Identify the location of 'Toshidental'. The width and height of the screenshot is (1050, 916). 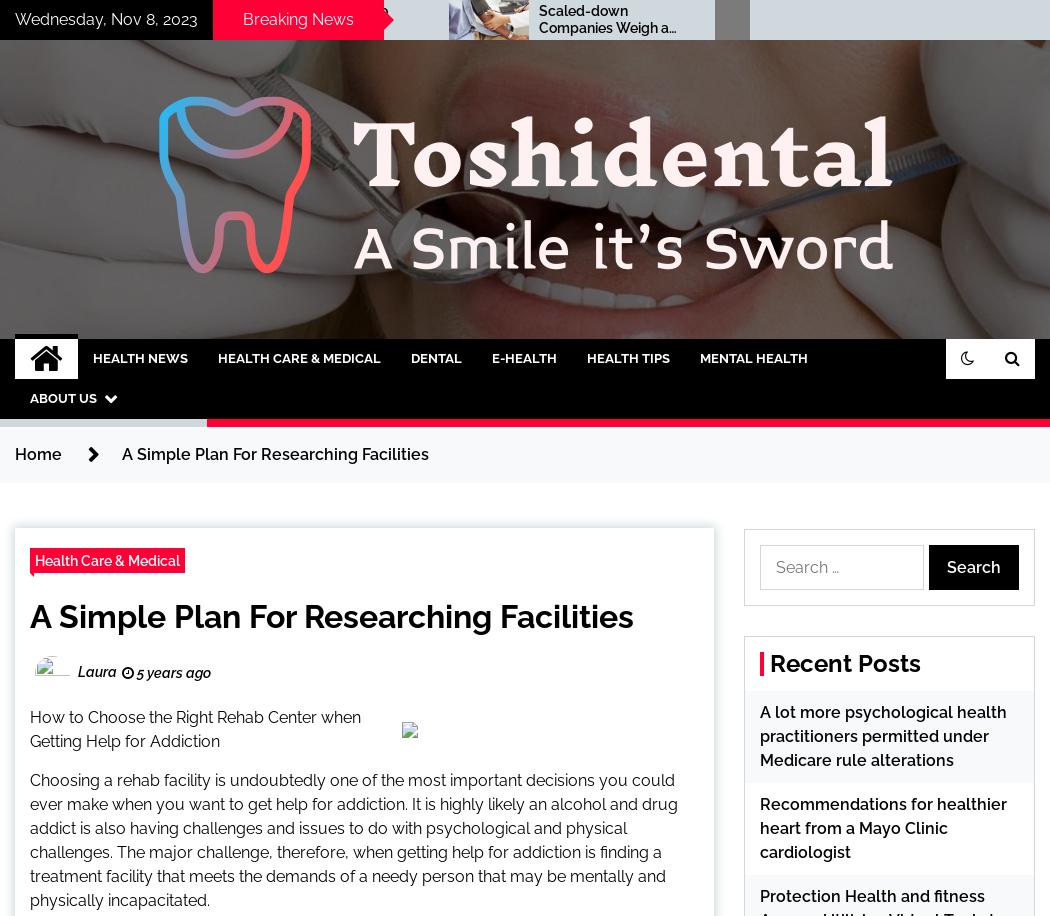
(141, 347).